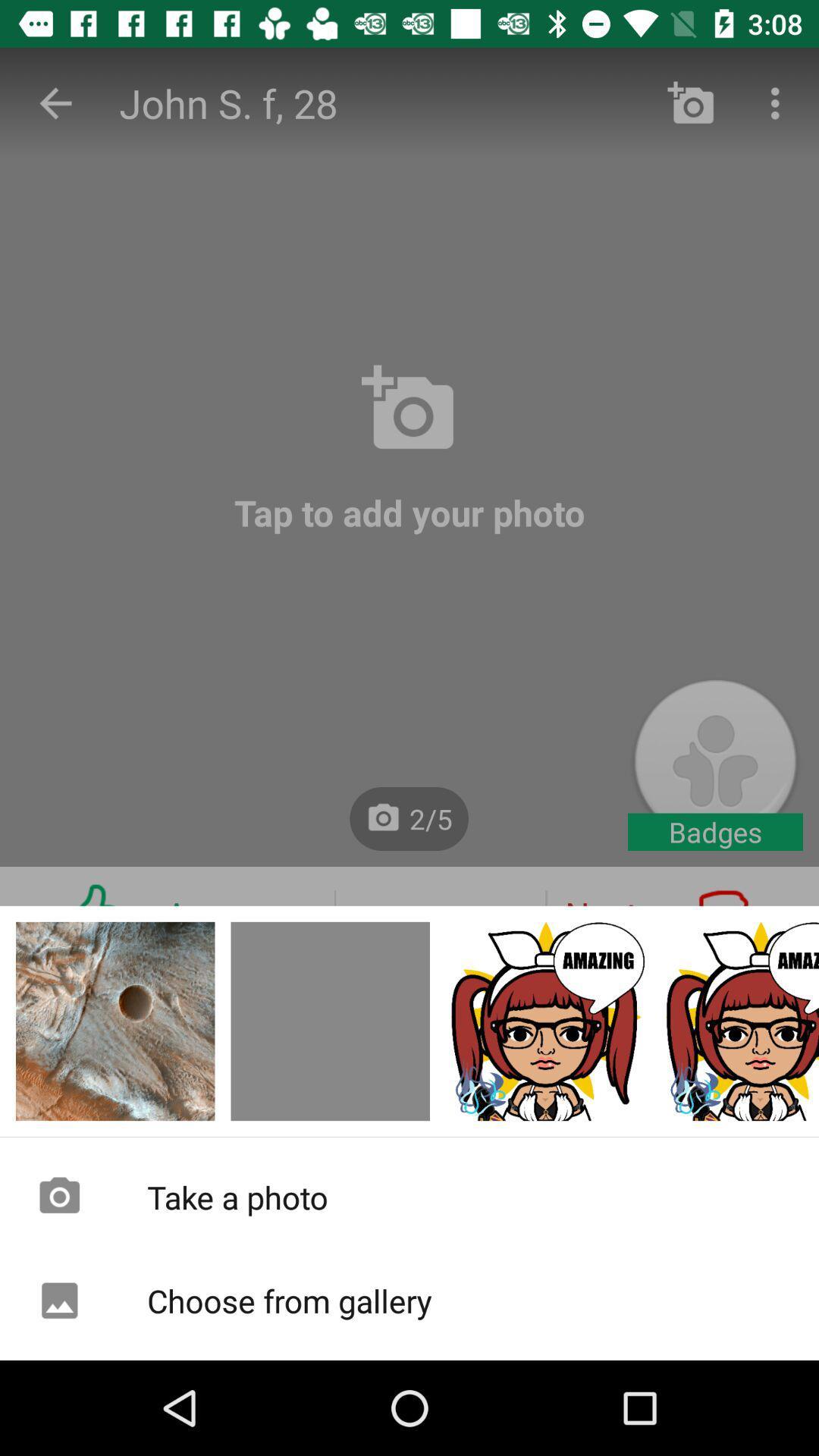 This screenshot has width=819, height=1456. What do you see at coordinates (329, 1021) in the screenshot?
I see `choose your photo` at bounding box center [329, 1021].